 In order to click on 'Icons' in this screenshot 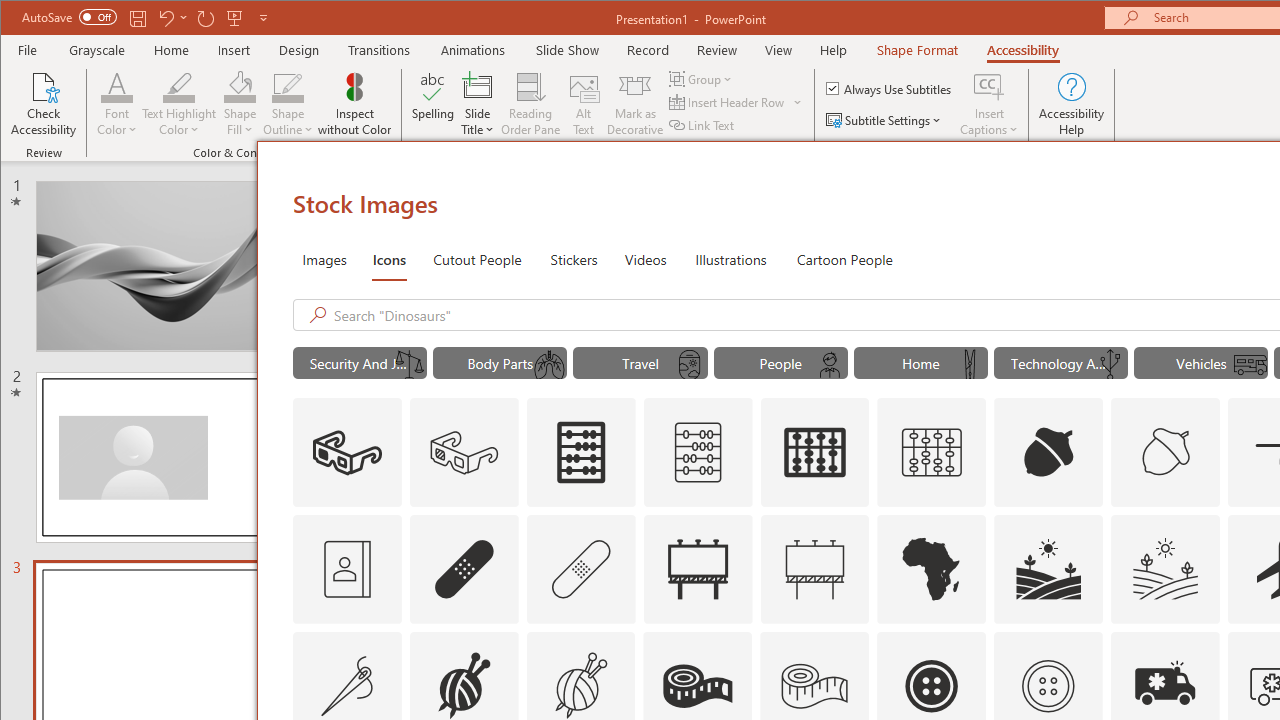, I will do `click(389, 257)`.